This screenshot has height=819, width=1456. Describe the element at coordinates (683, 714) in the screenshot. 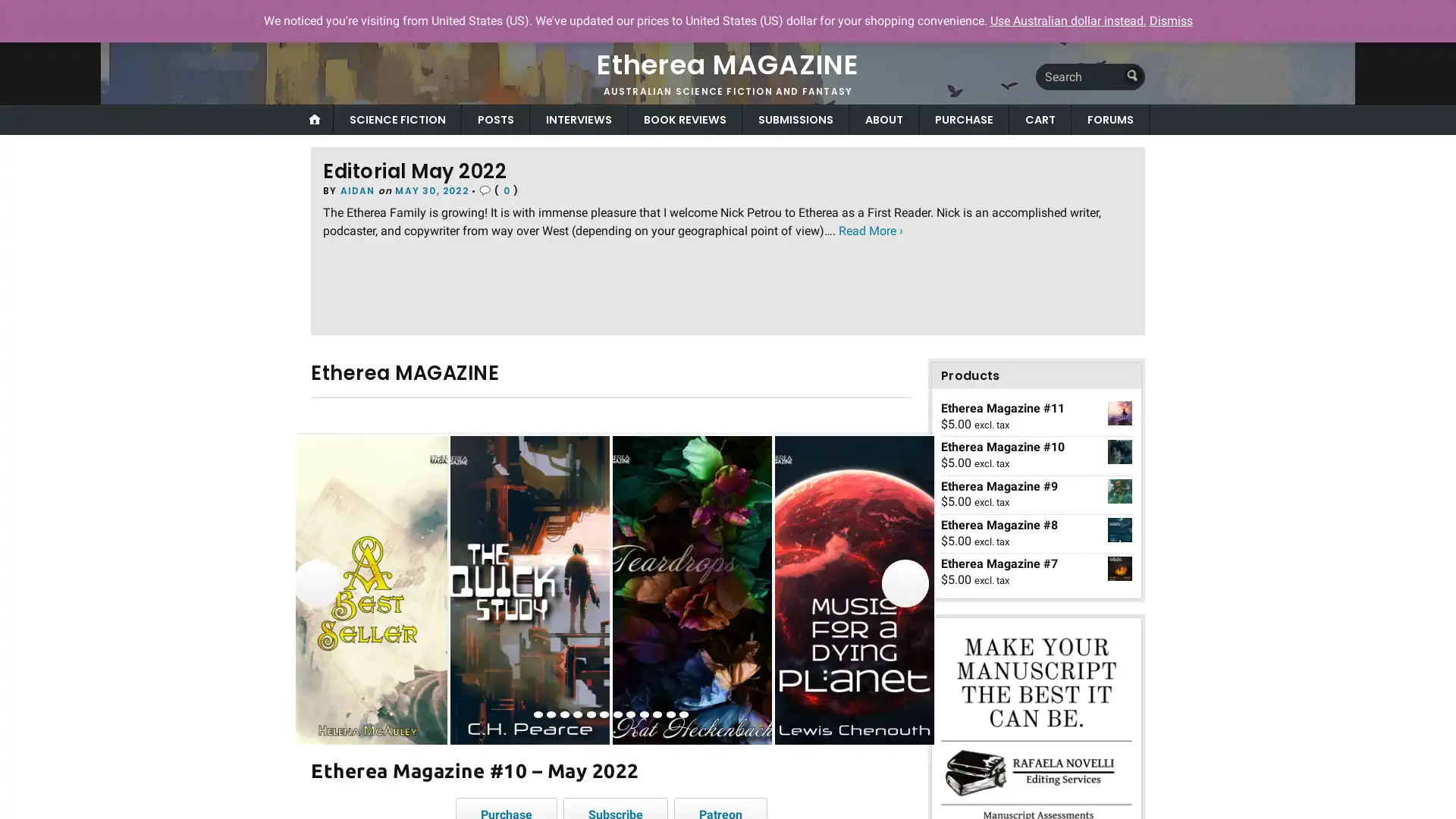

I see `view image 12 of 12 in carousel` at that location.